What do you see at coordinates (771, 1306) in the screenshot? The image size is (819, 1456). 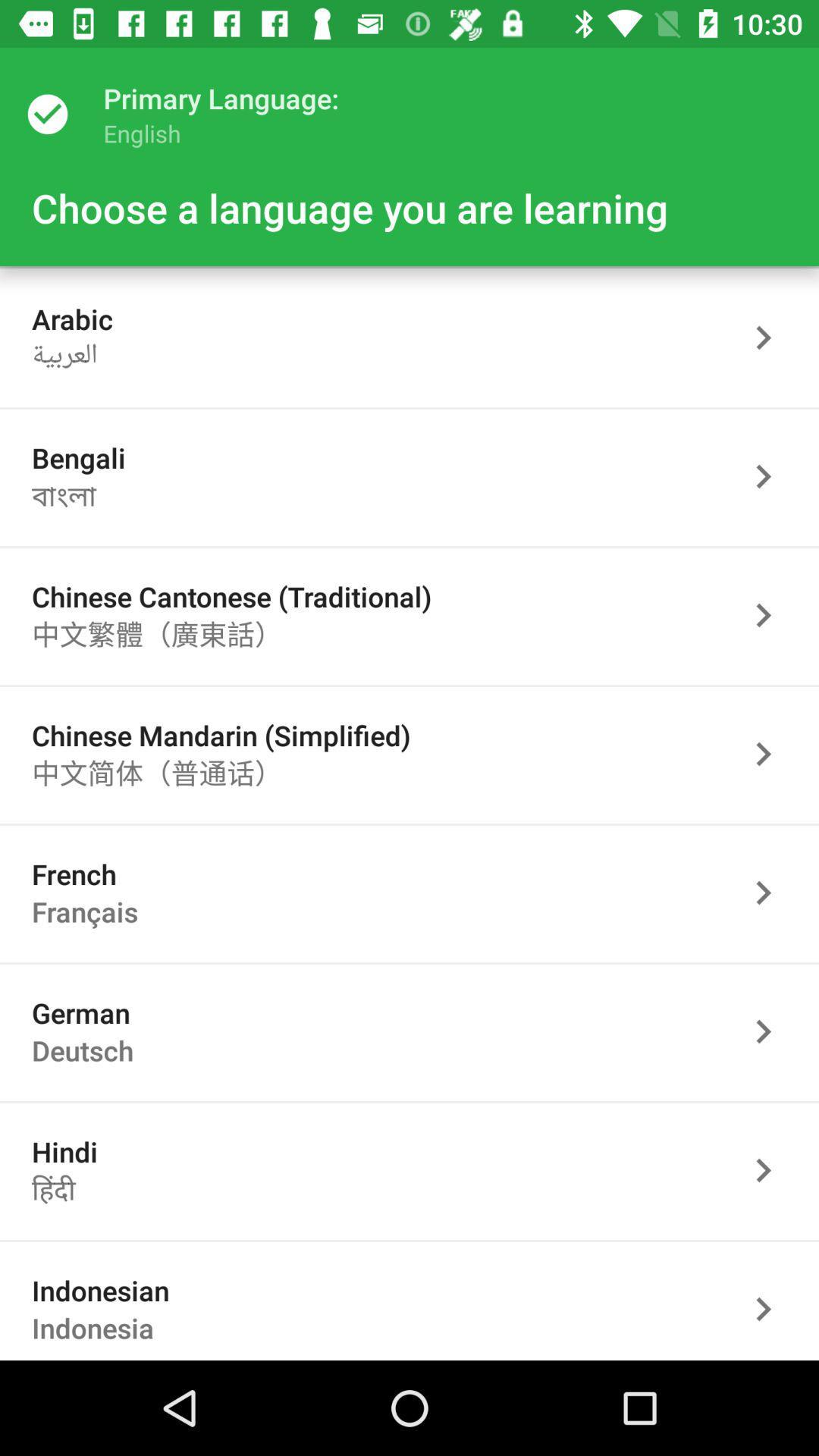 I see `language` at bounding box center [771, 1306].